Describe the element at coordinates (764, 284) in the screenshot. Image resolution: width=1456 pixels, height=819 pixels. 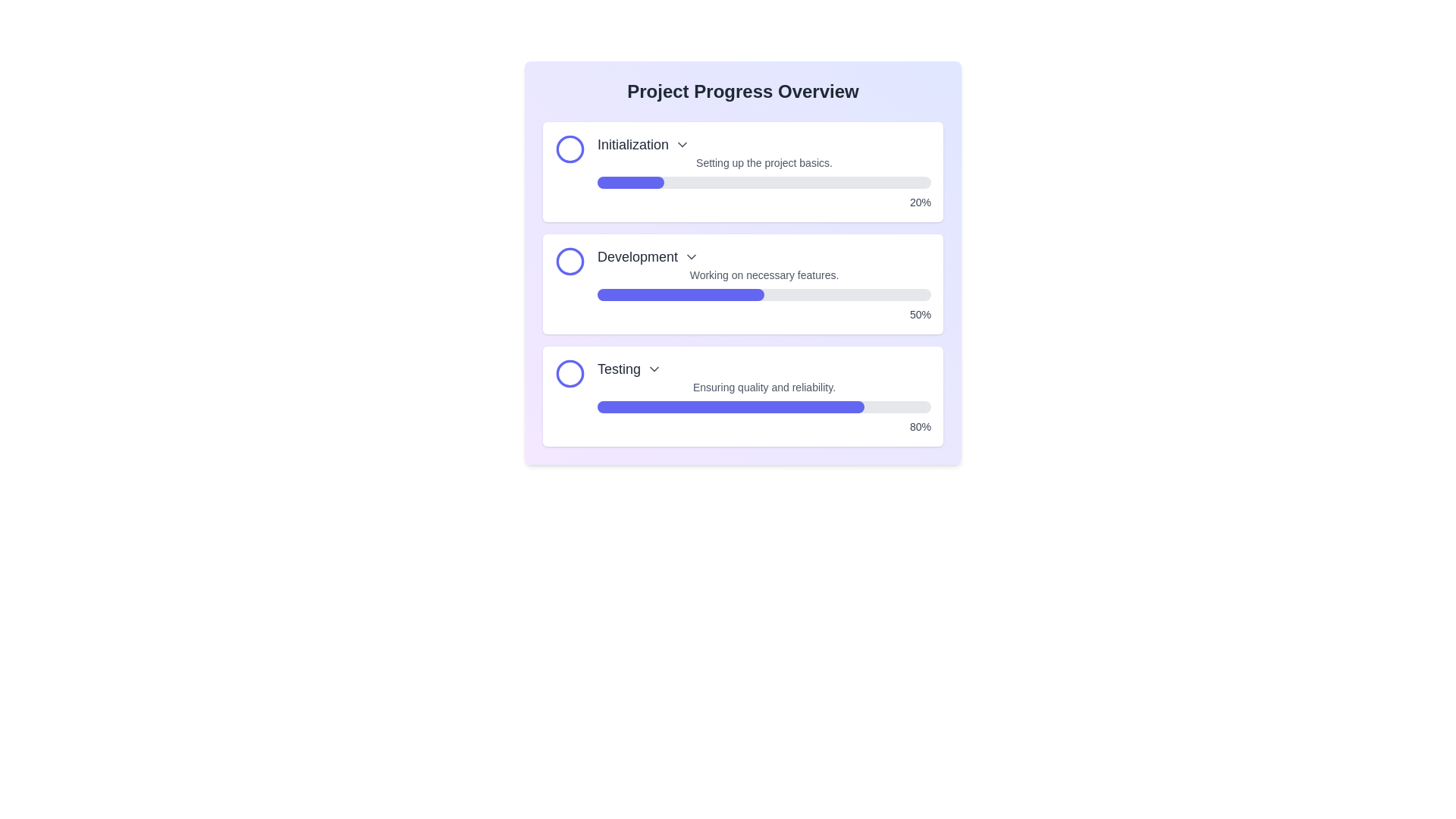
I see `the Progress tracker component that indicates a 50% completion rate for the 'Development' stage, located under the 'Project Progress Overview' header` at that location.